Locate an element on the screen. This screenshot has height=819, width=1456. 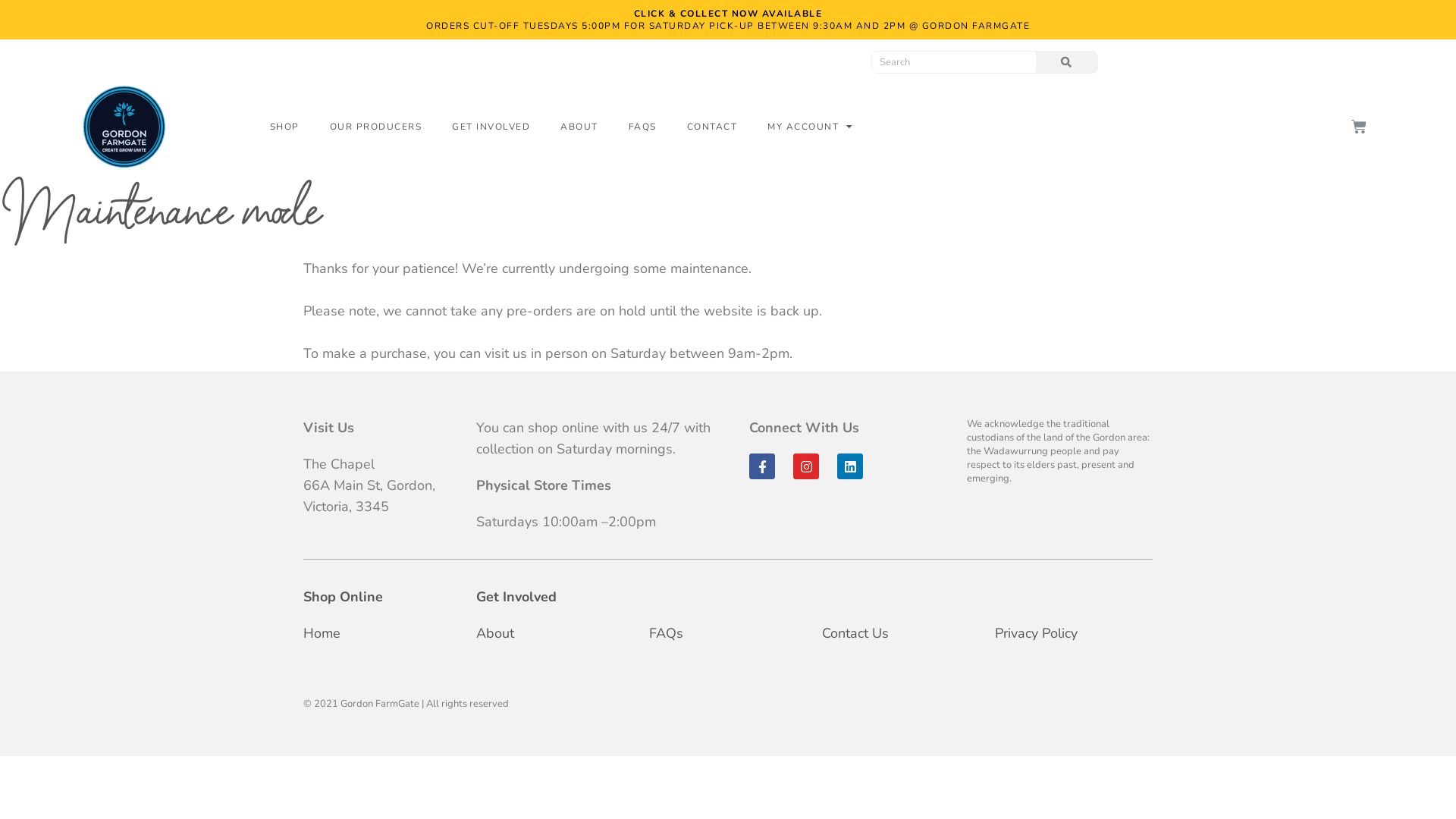
'FAQs' is located at coordinates (666, 632).